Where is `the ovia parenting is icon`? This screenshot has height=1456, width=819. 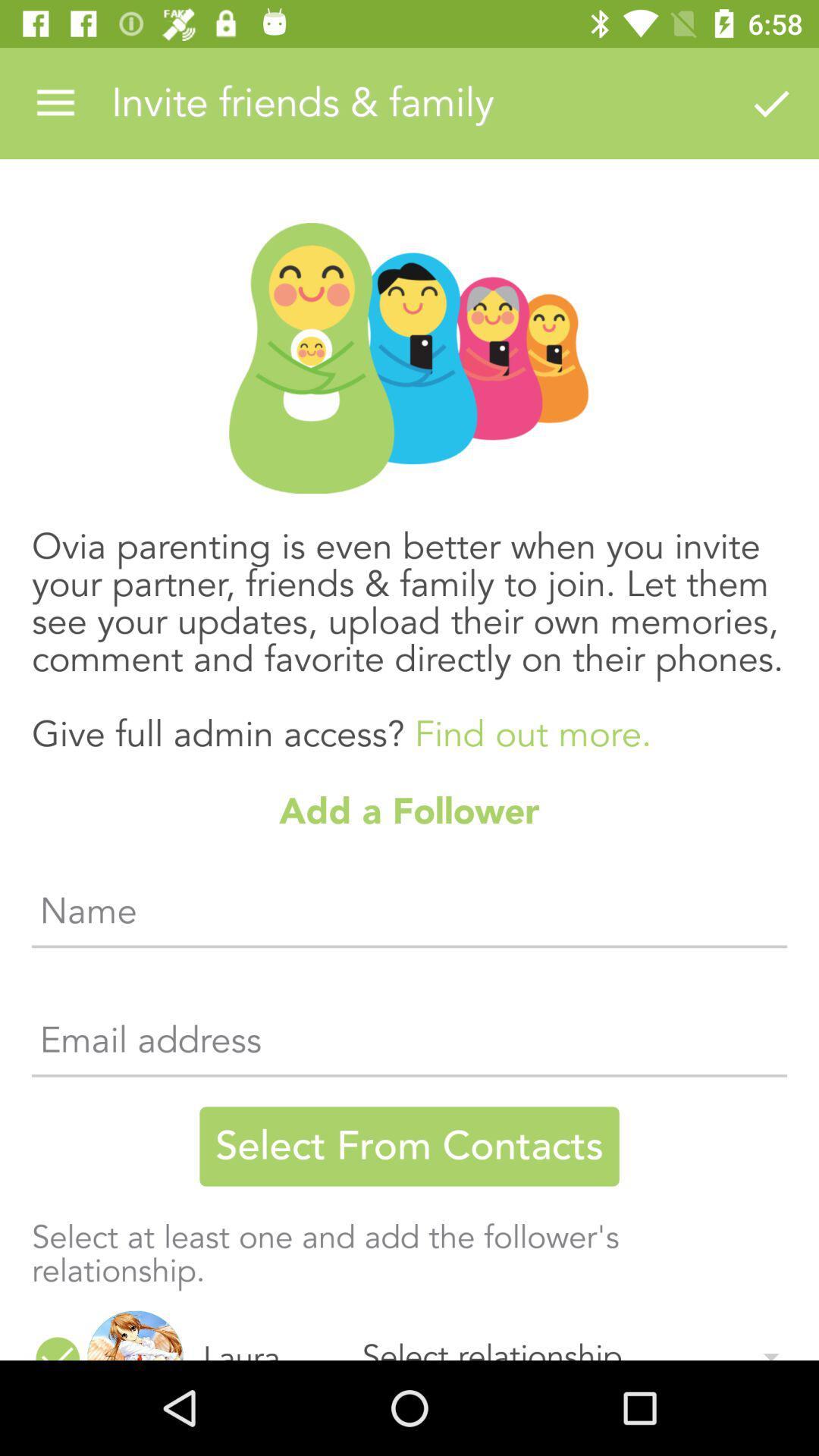
the ovia parenting is icon is located at coordinates (409, 625).